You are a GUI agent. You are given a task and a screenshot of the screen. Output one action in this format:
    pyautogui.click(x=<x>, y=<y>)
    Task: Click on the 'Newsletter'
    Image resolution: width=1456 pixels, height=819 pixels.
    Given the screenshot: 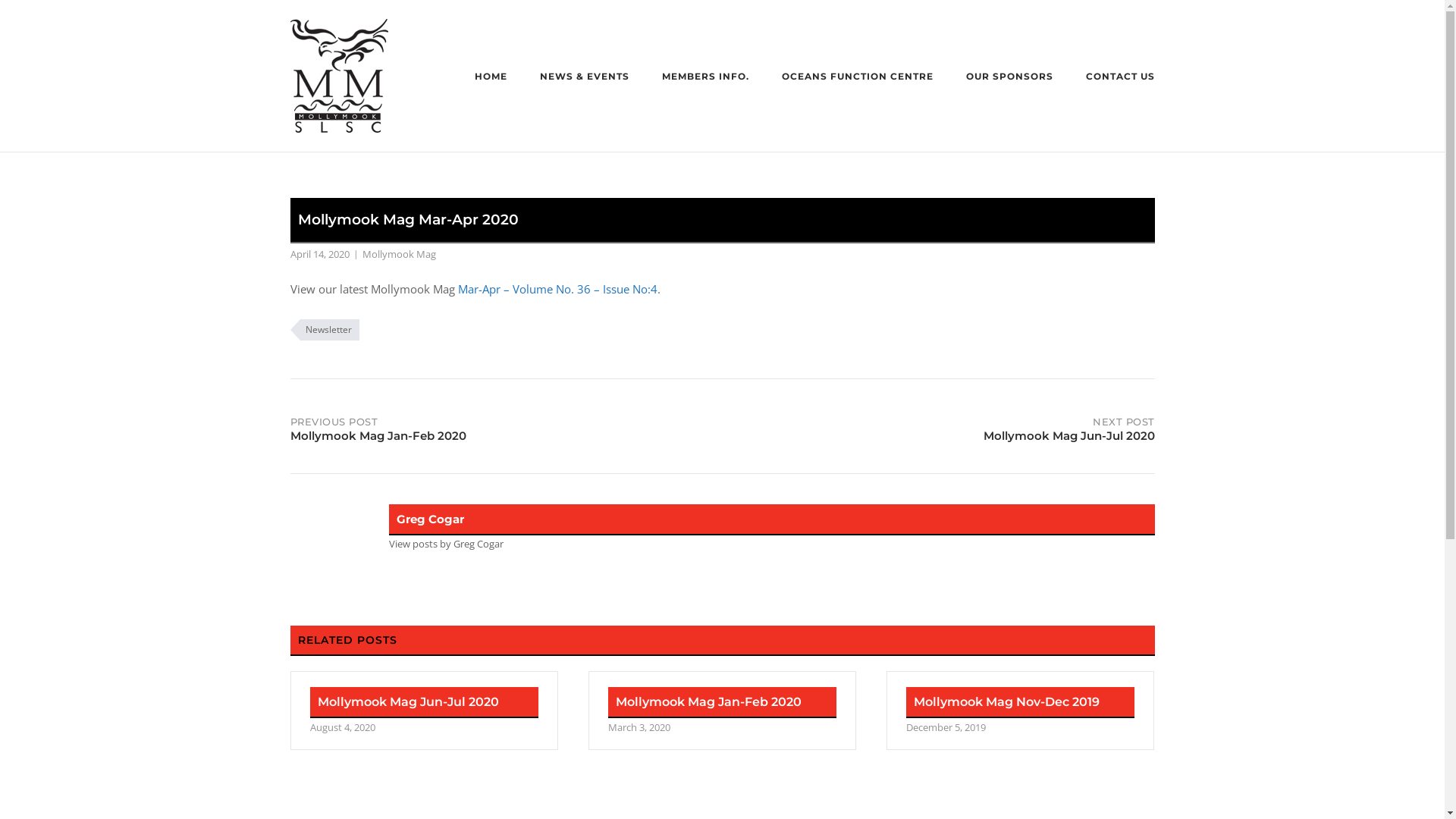 What is the action you would take?
    pyautogui.click(x=323, y=329)
    